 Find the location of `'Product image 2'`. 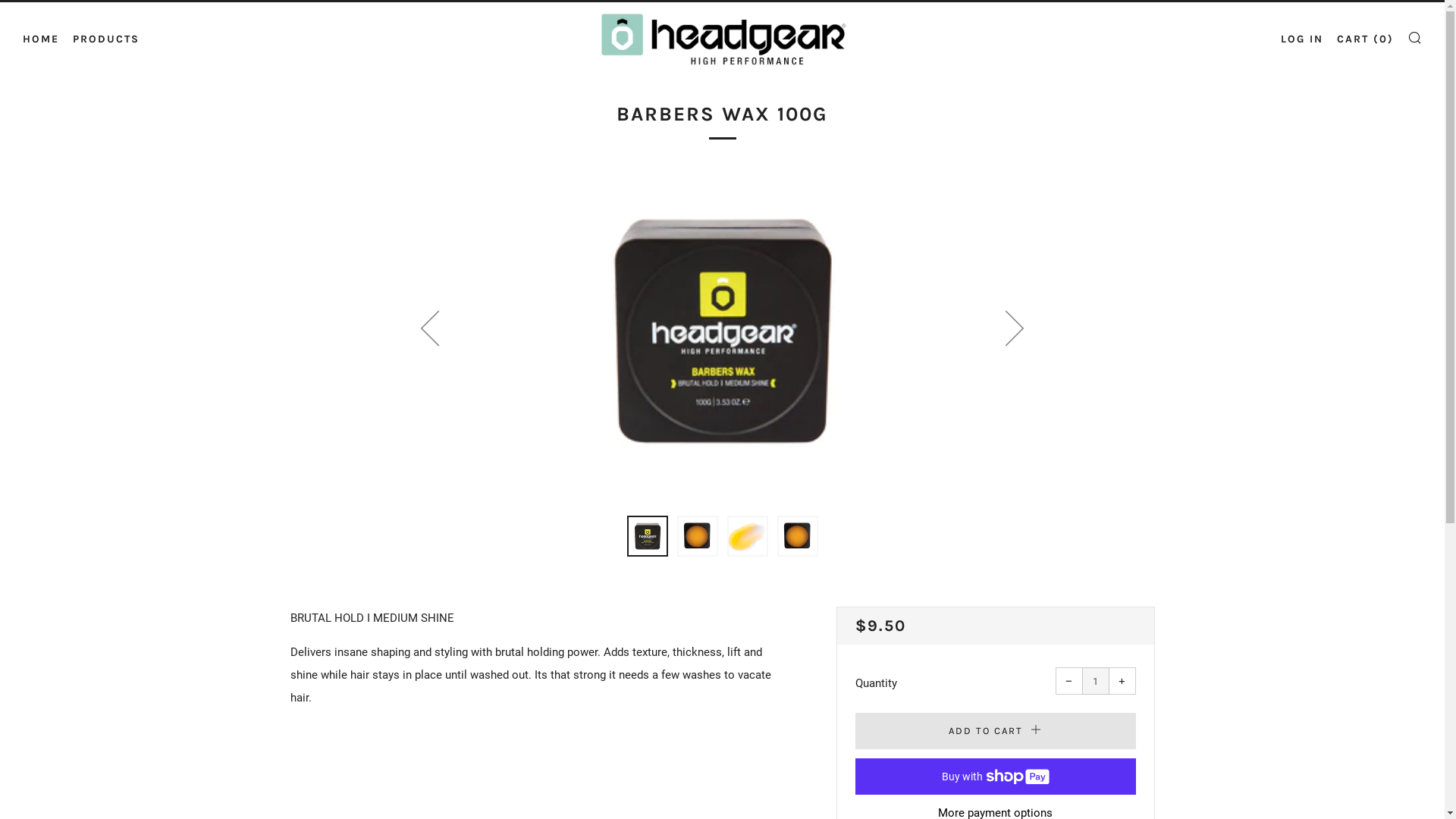

'Product image 2' is located at coordinates (695, 535).